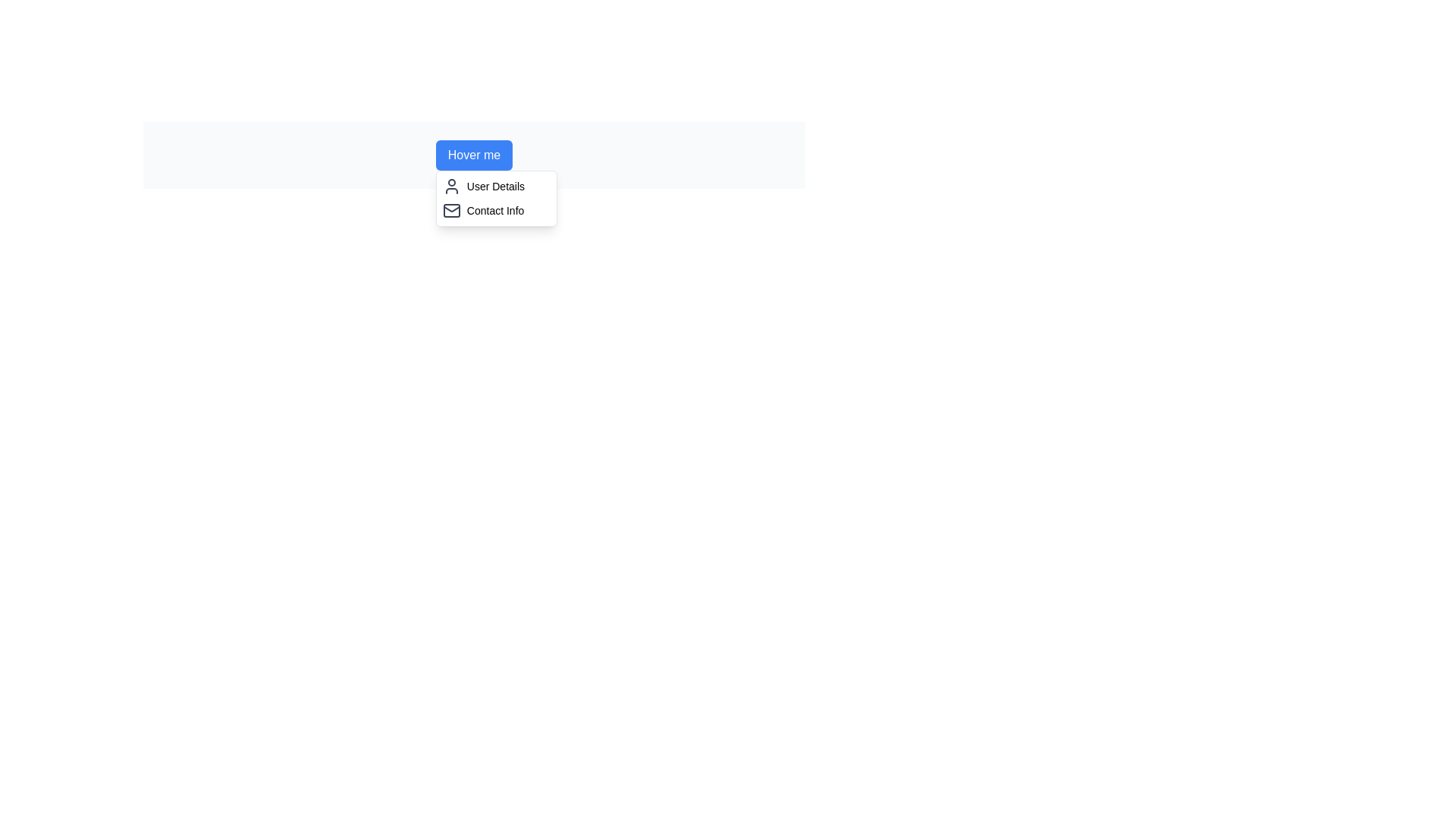 The image size is (1456, 819). Describe the element at coordinates (495, 210) in the screenshot. I see `the second text label in the dropdown-like menu` at that location.